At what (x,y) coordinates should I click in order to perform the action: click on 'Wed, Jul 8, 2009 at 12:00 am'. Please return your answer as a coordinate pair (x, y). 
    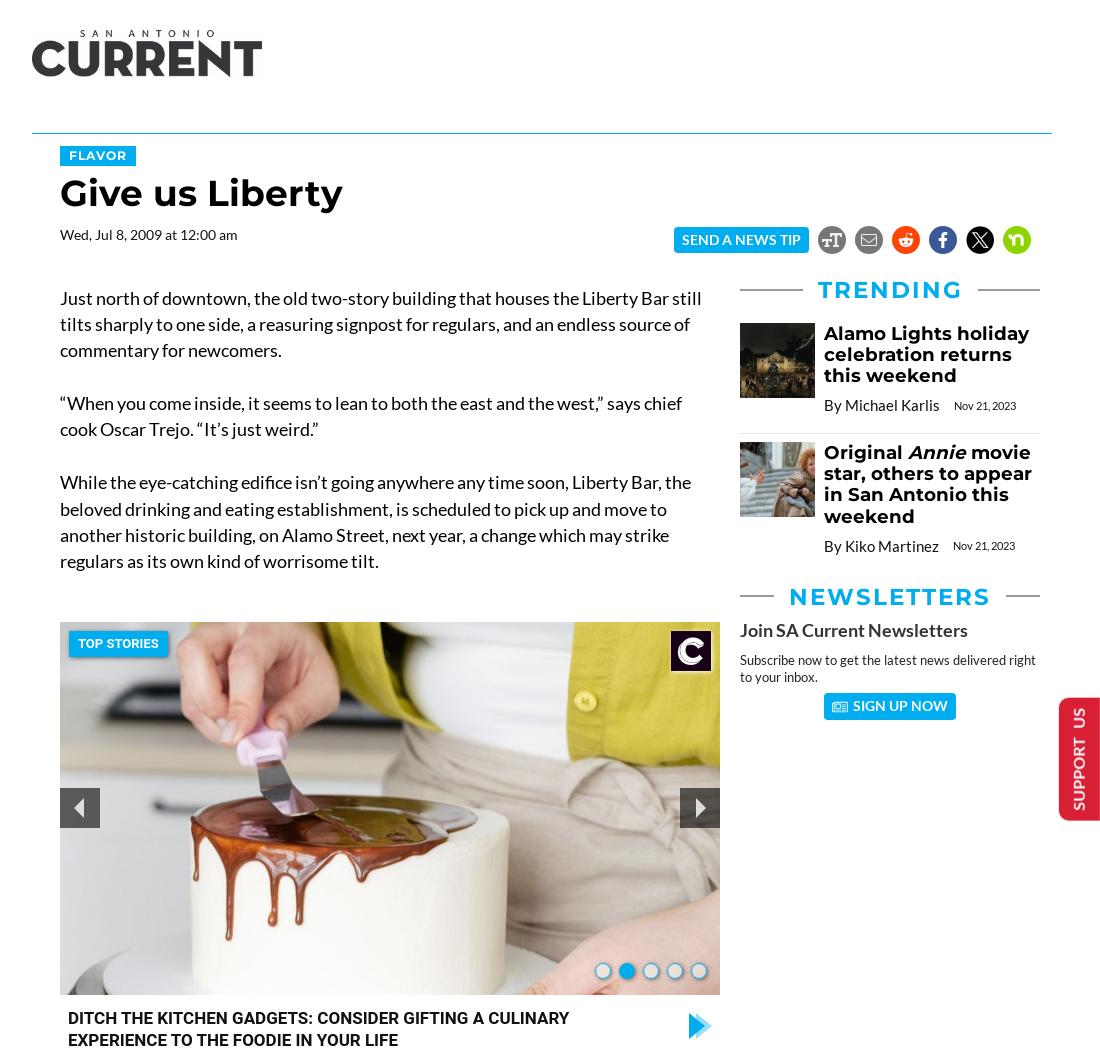
    Looking at the image, I should click on (148, 234).